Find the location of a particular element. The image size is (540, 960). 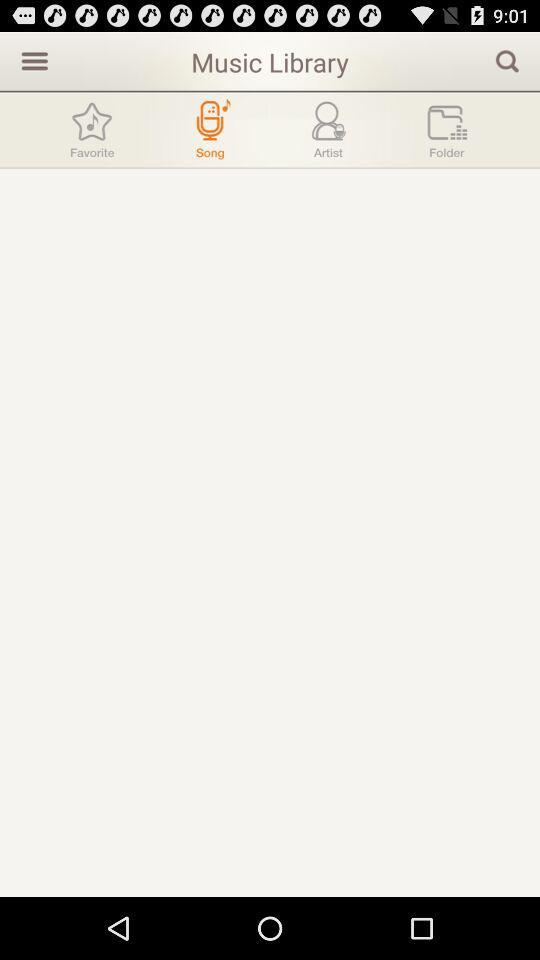

folder is located at coordinates (447, 128).